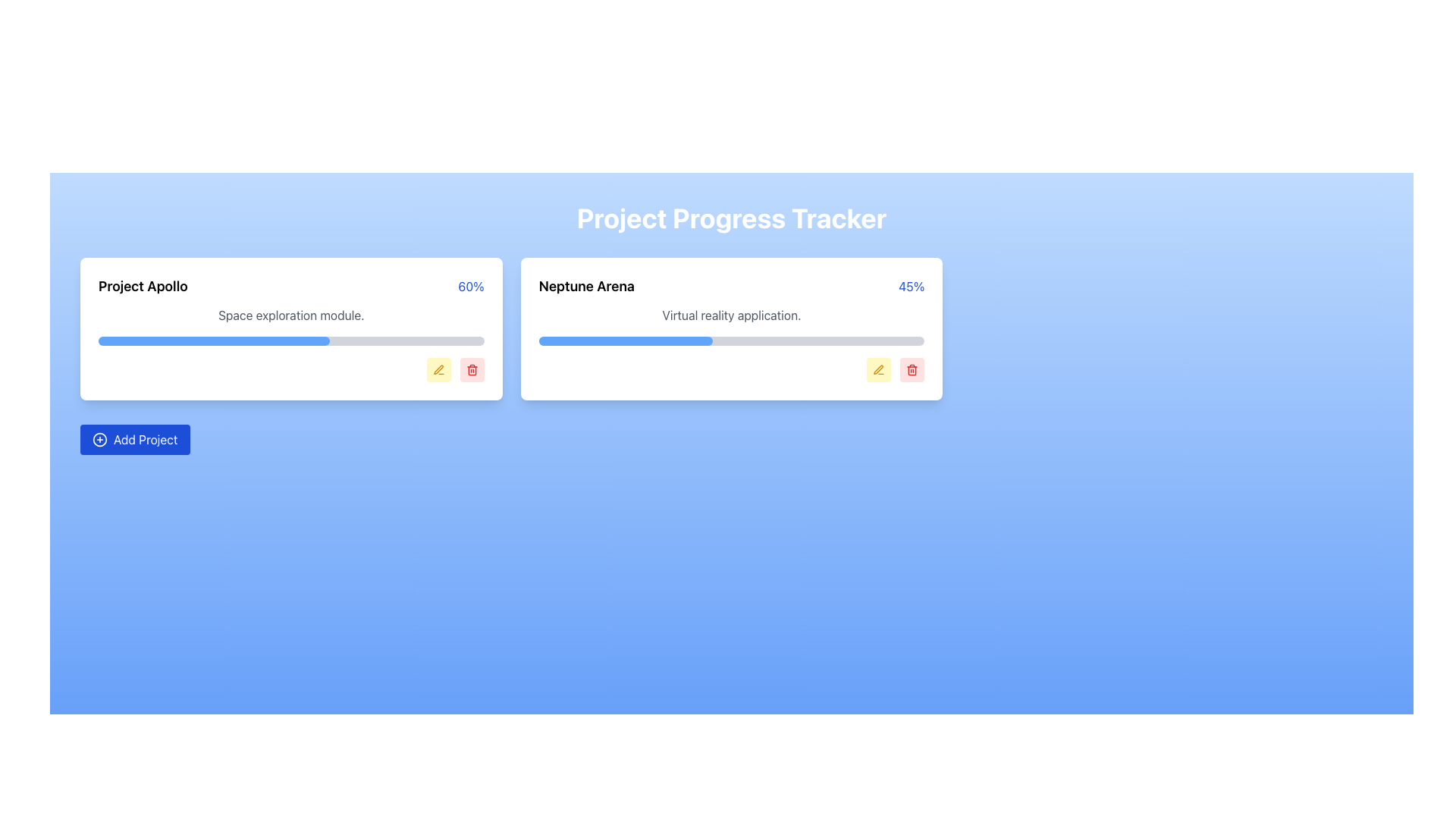  Describe the element at coordinates (99, 439) in the screenshot. I see `the circular 'Add Project' SVG icon with an outlined plus symbol in its center, located at the lower-left section of the interface` at that location.